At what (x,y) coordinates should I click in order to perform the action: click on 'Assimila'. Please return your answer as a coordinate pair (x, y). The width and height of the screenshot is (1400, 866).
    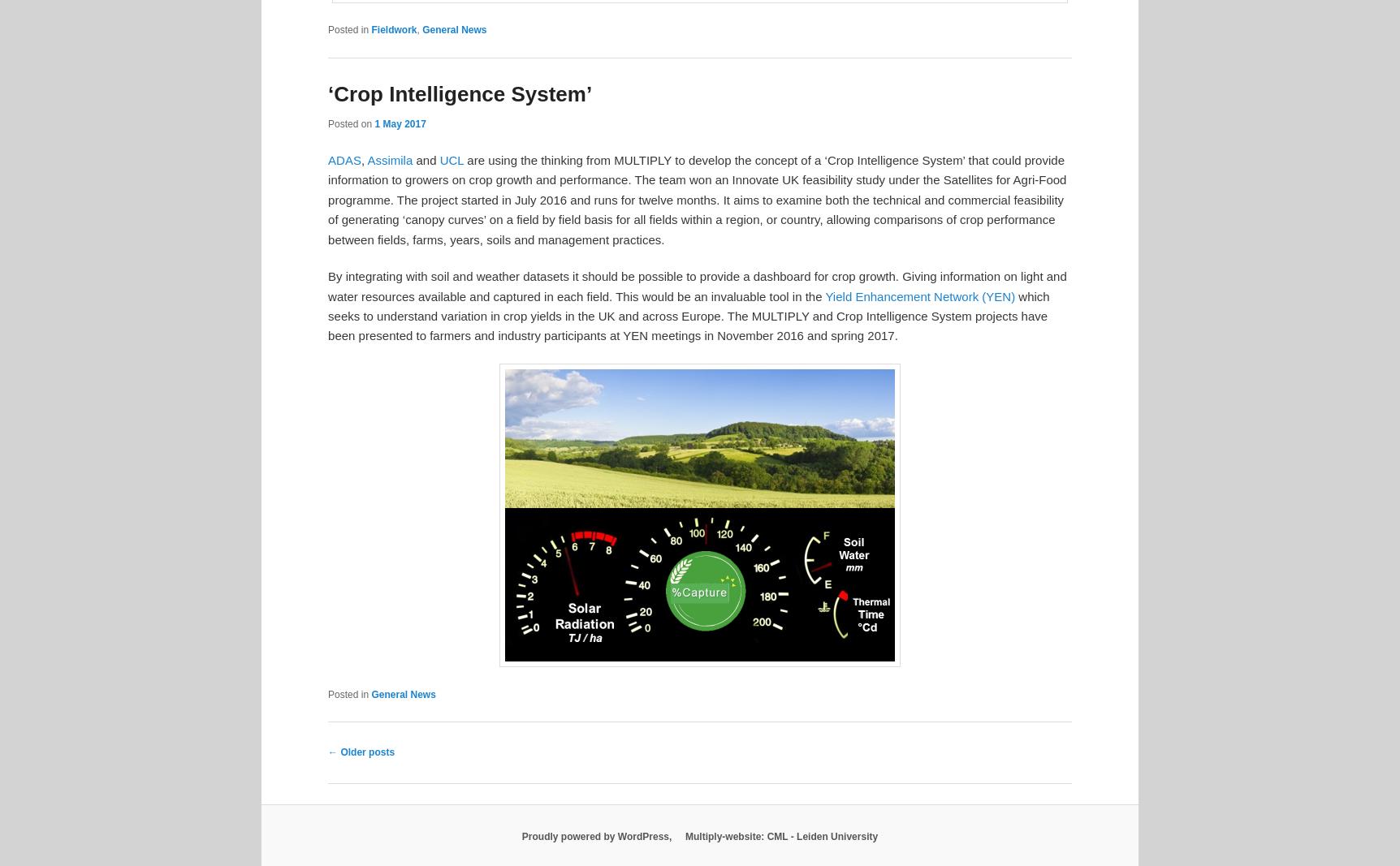
    Looking at the image, I should click on (391, 160).